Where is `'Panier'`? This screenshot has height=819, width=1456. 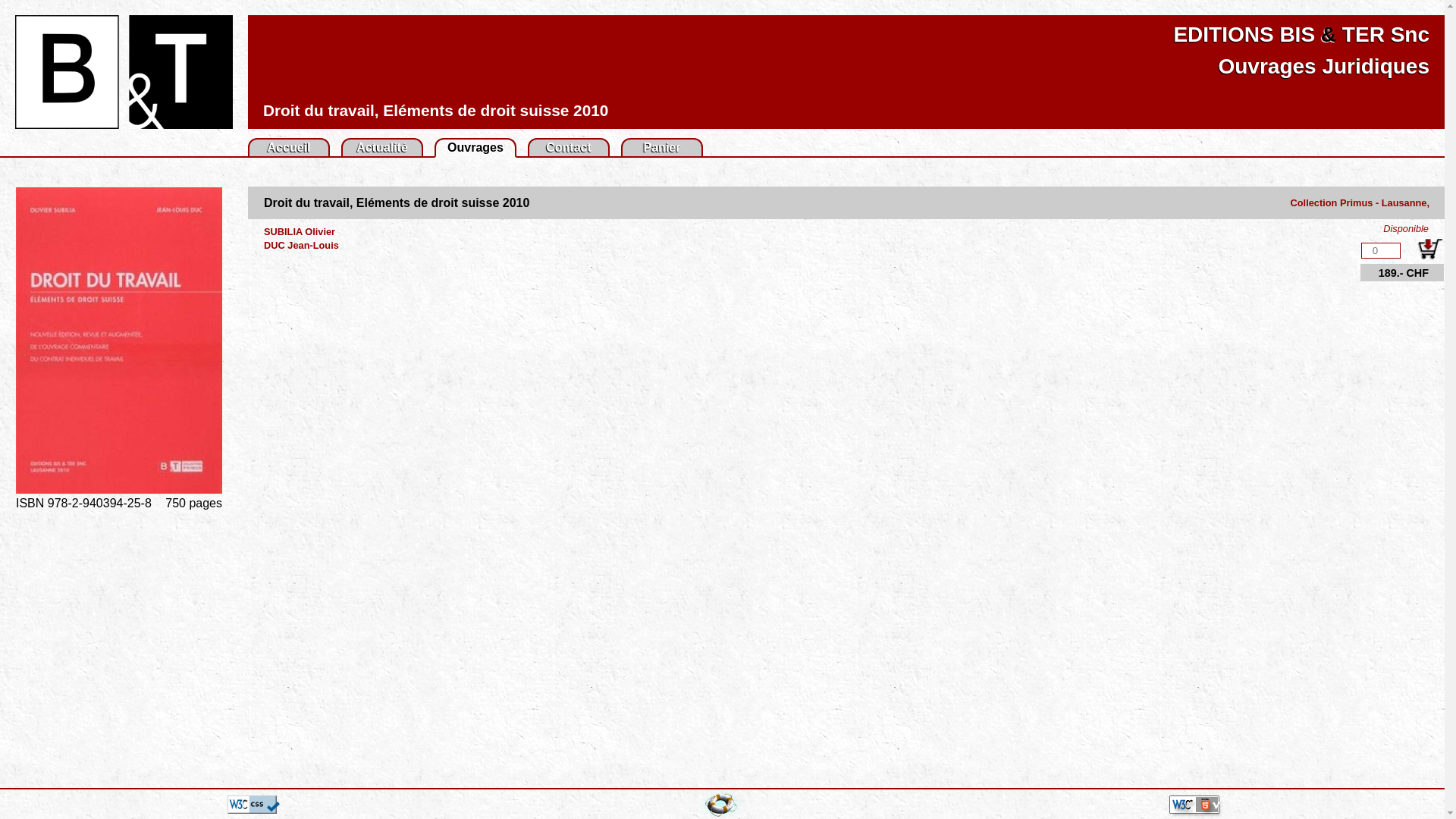
'Panier' is located at coordinates (662, 147).